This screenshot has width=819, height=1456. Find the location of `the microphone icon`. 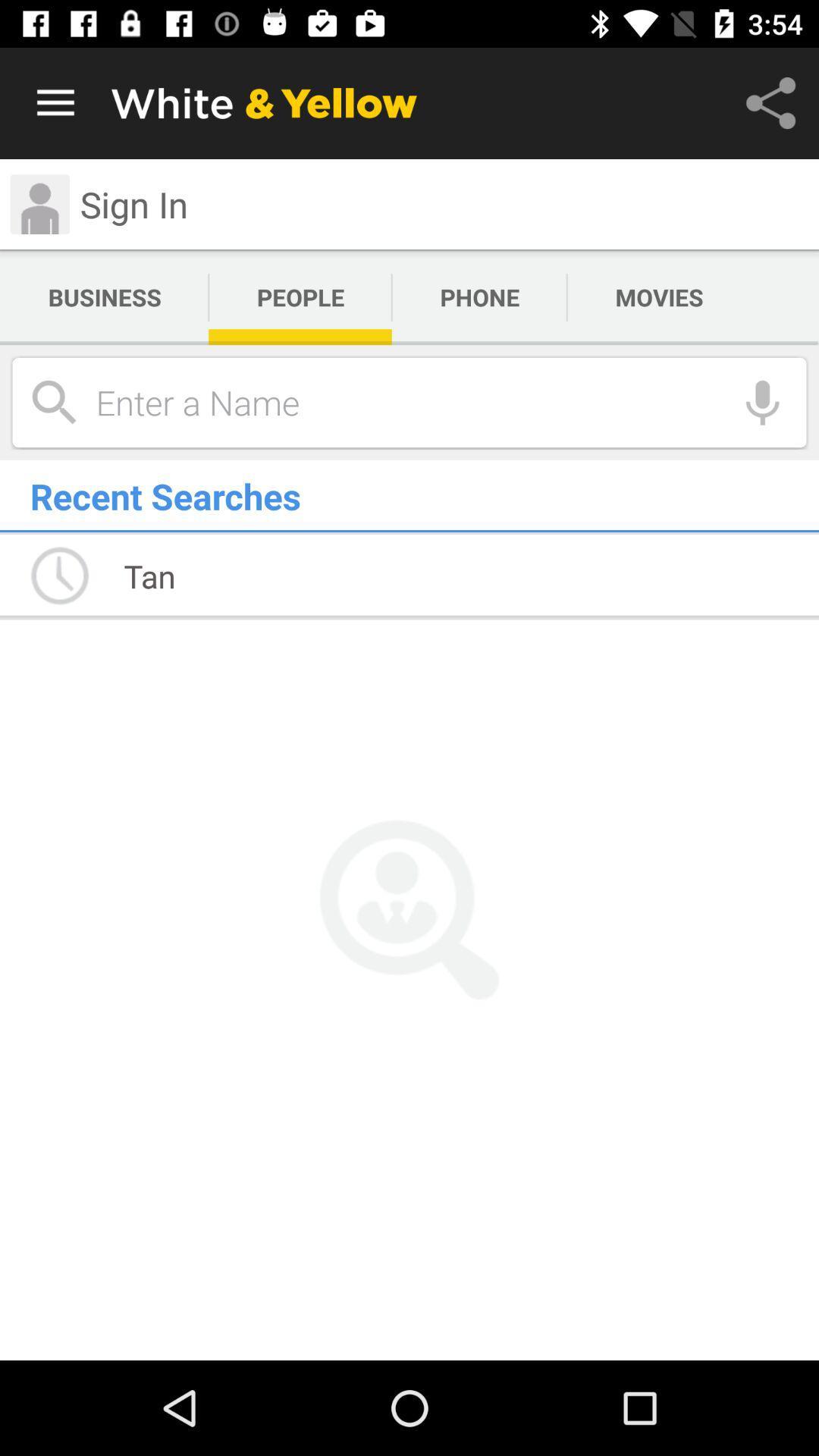

the microphone icon is located at coordinates (762, 403).